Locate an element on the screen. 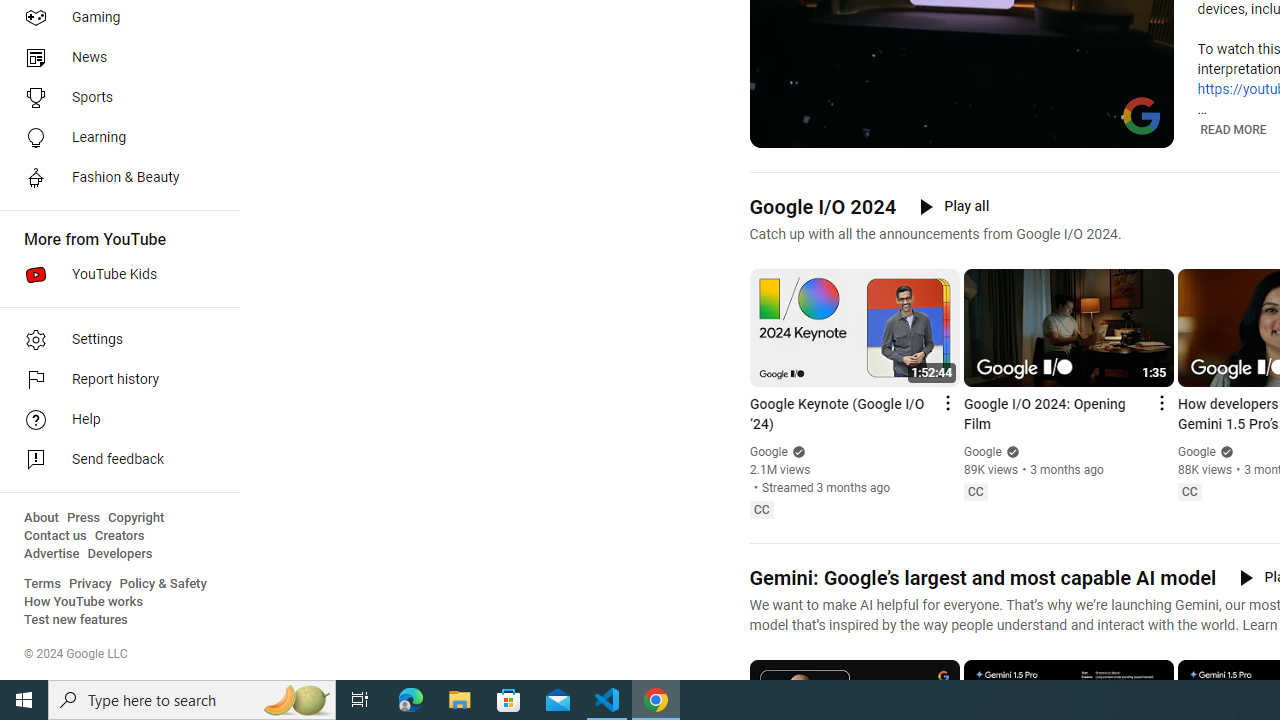 The image size is (1280, 720). 'Press' is located at coordinates (82, 517).